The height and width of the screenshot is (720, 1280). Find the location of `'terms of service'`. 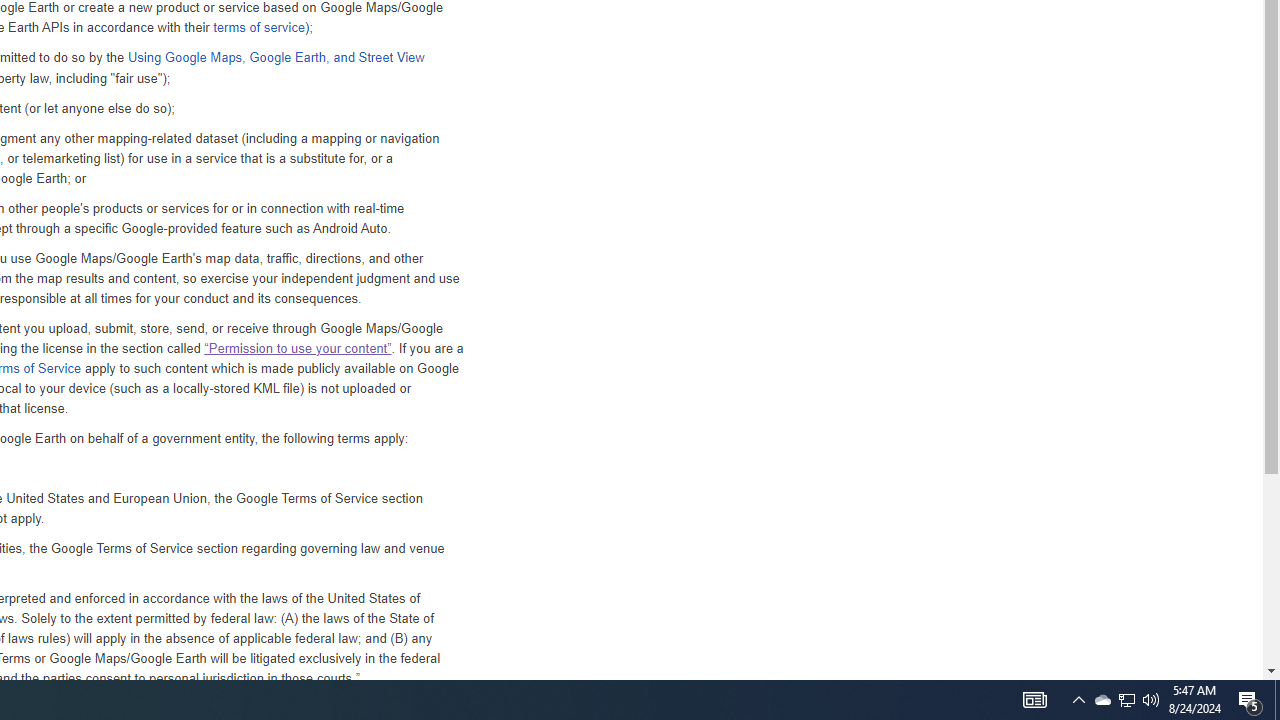

'terms of service' is located at coordinates (257, 28).